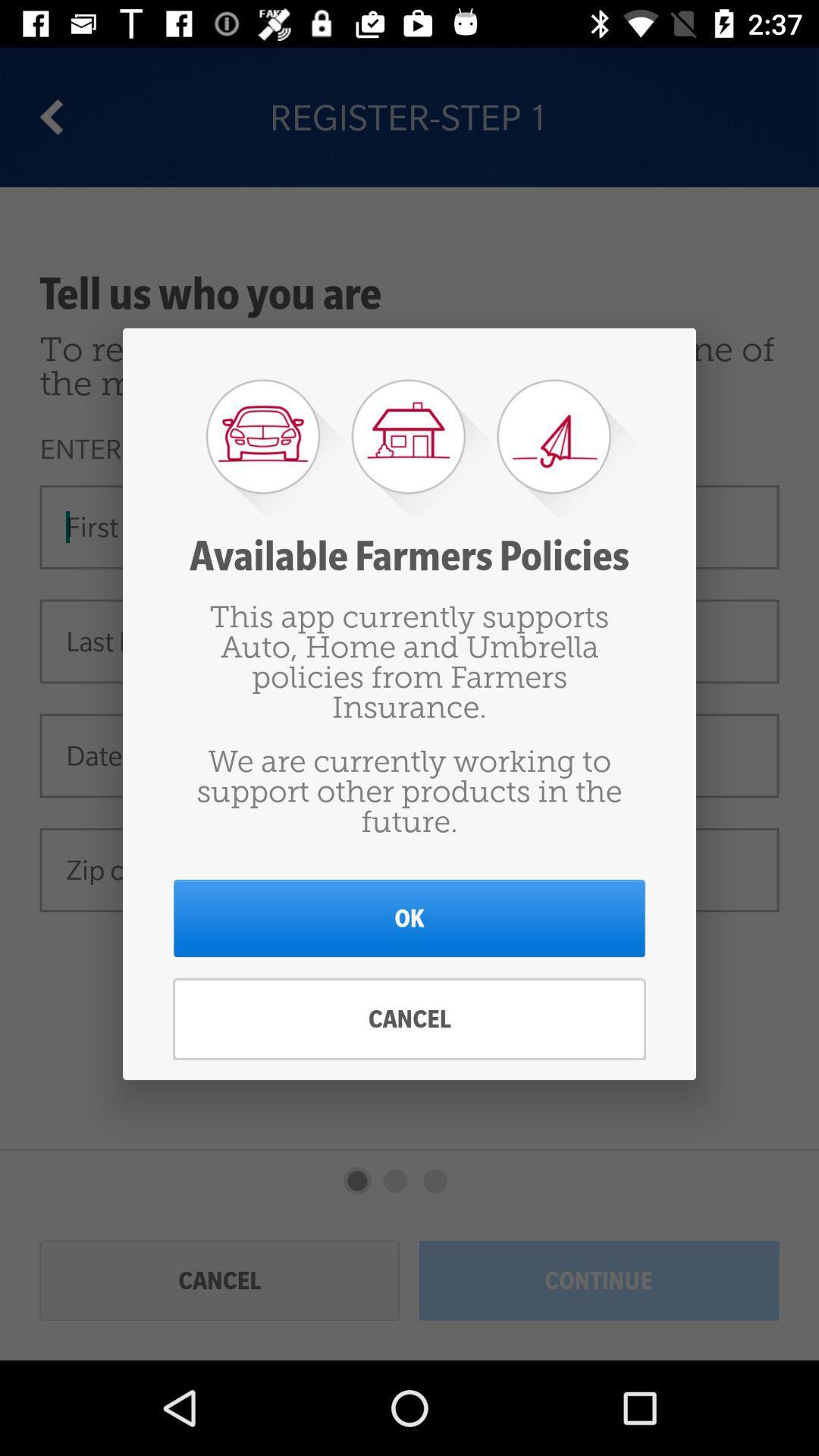  I want to click on ok, so click(409, 918).